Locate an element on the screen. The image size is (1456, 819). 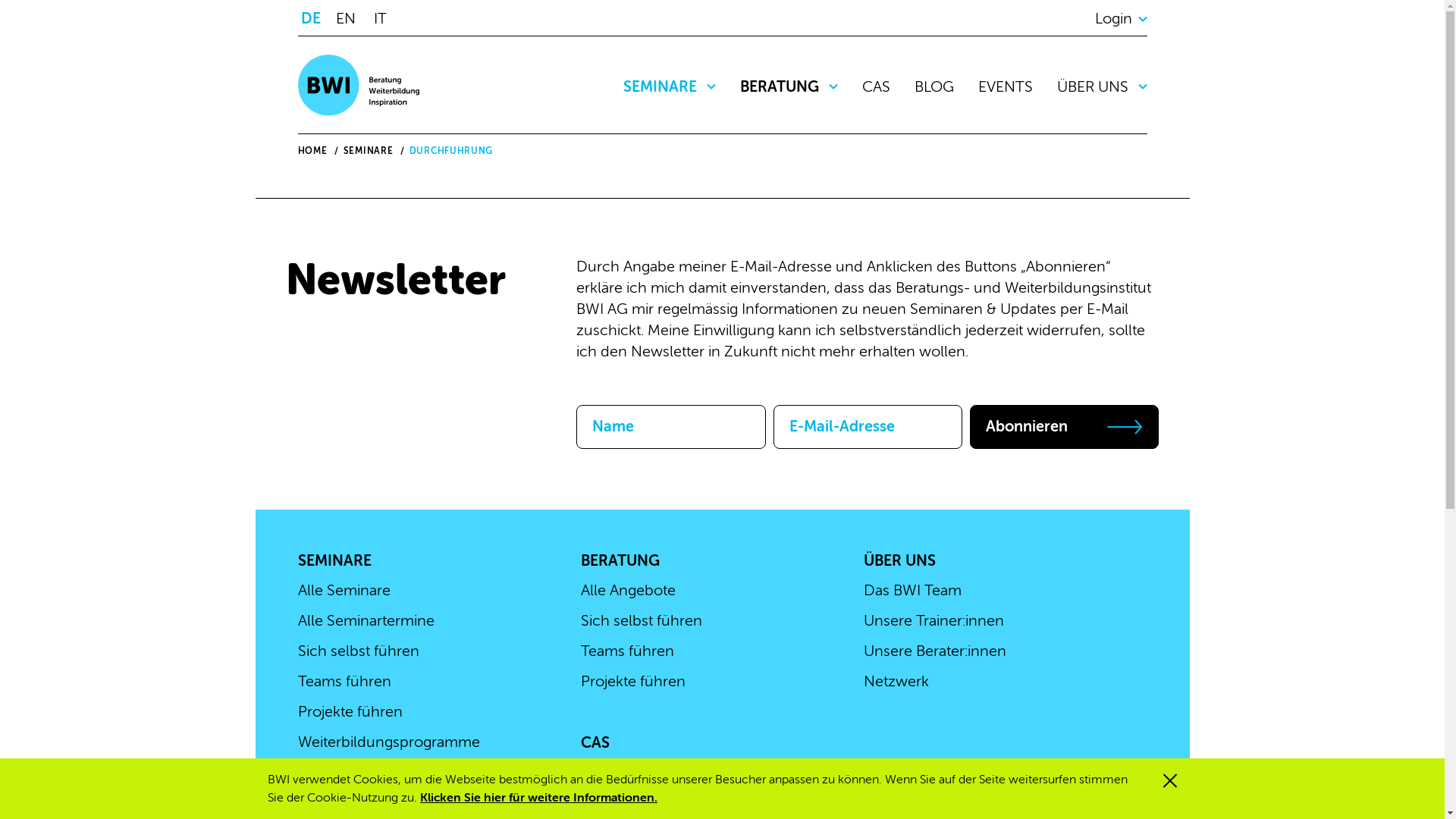
'Weiterbildungsprogramme' is located at coordinates (297, 741).